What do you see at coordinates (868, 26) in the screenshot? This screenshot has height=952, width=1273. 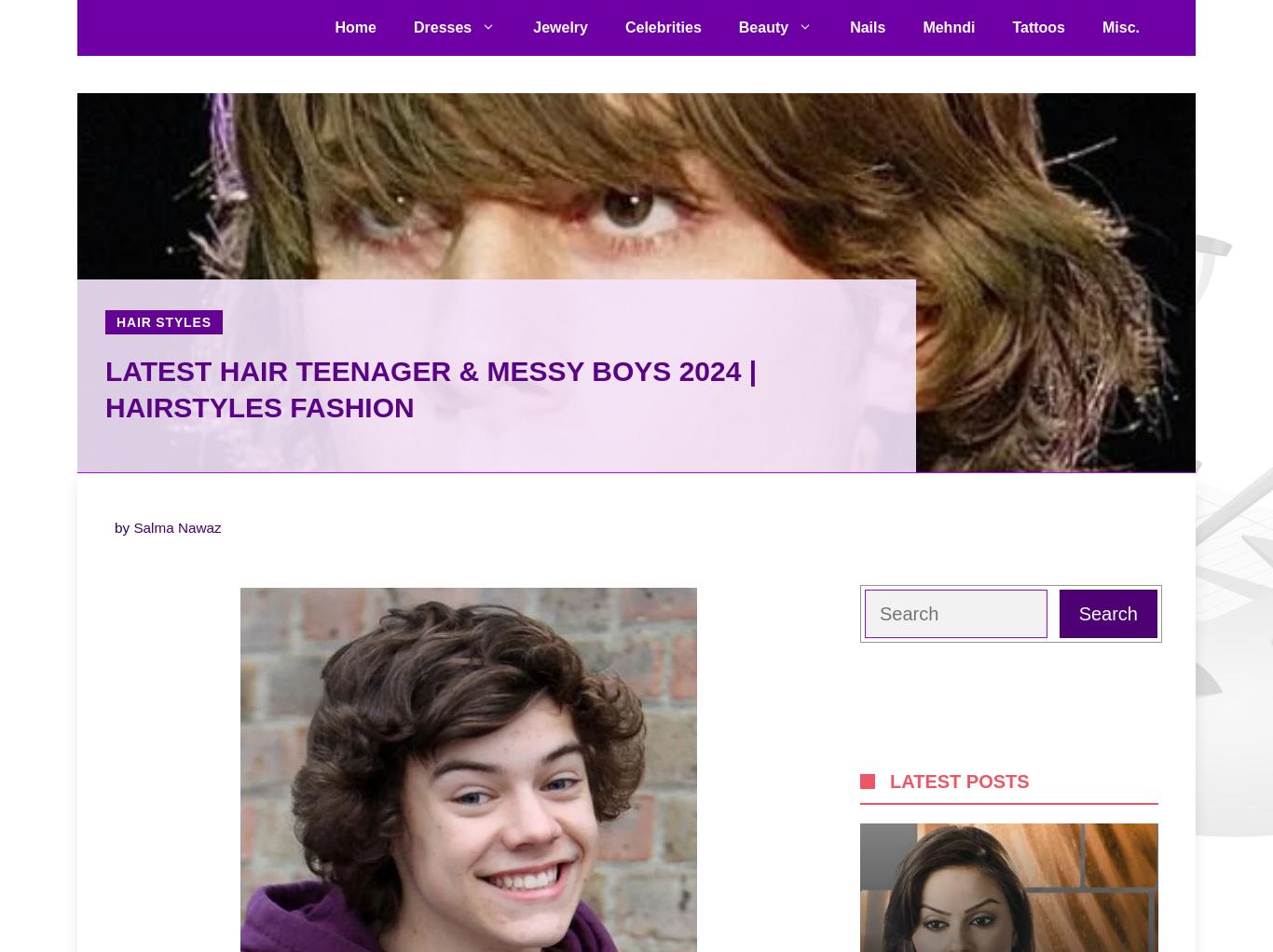 I see `'Nails'` at bounding box center [868, 26].